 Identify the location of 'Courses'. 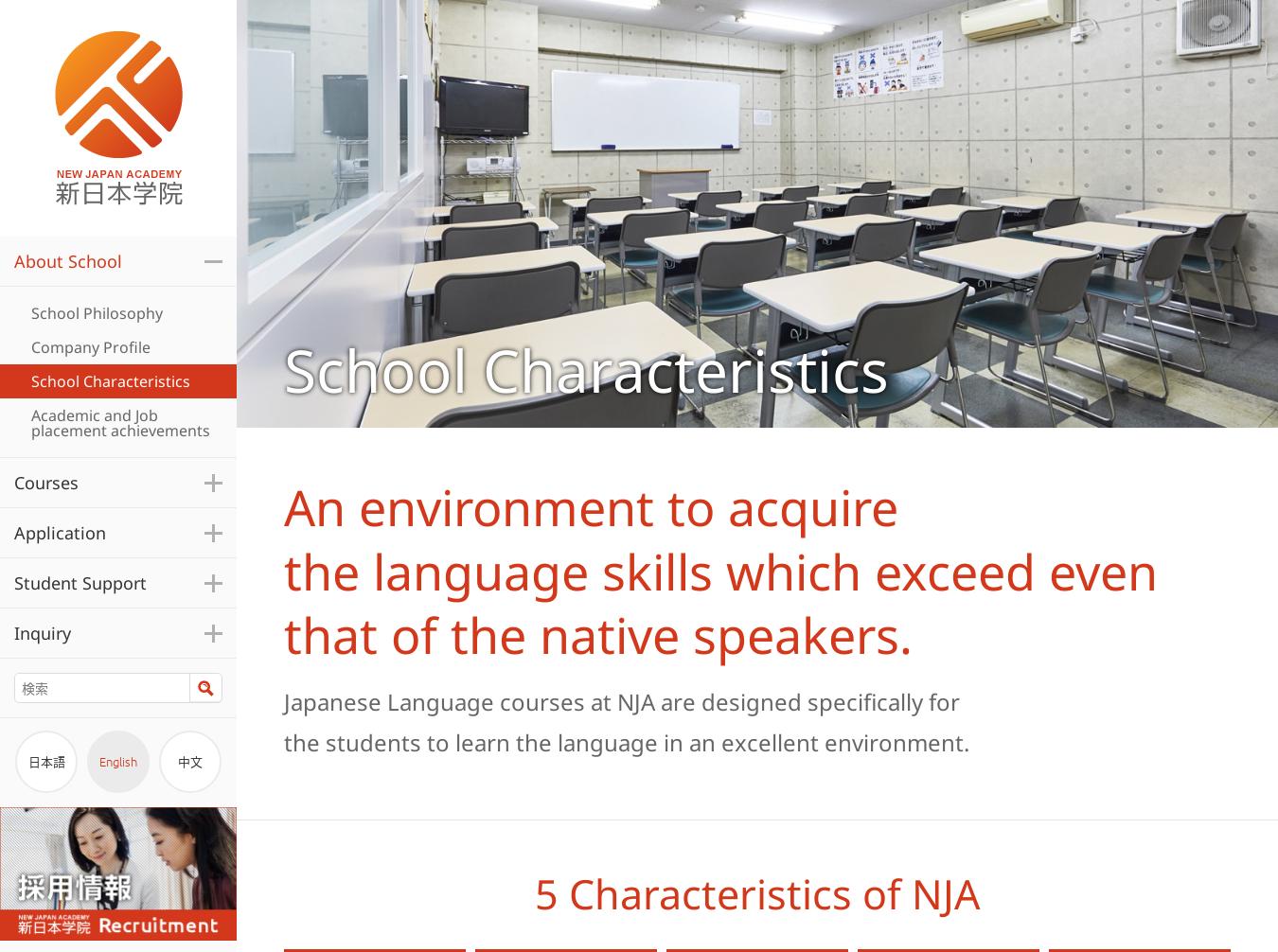
(12, 483).